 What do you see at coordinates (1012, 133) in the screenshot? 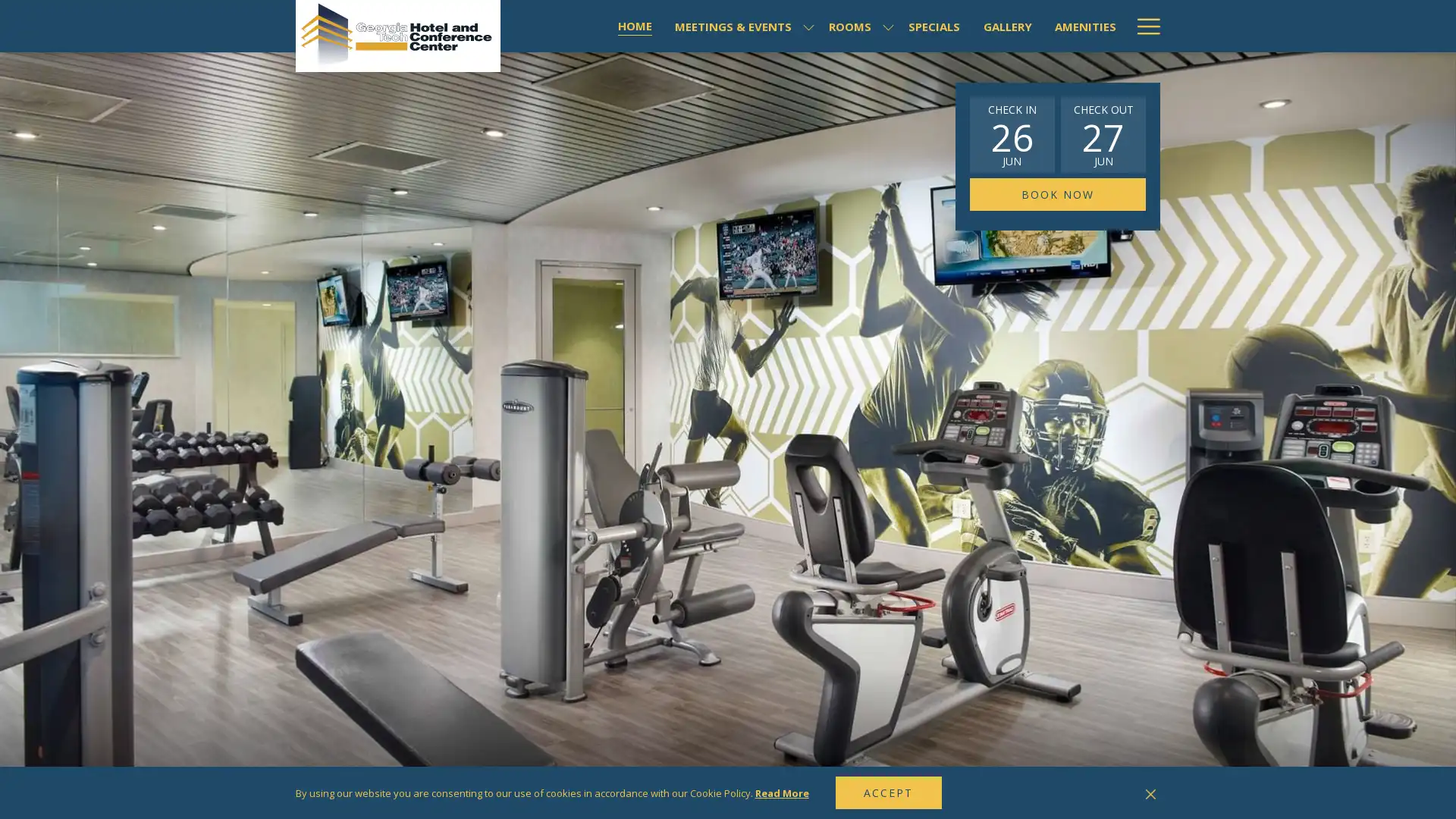
I see `This button opens the calendar to select check in date.` at bounding box center [1012, 133].